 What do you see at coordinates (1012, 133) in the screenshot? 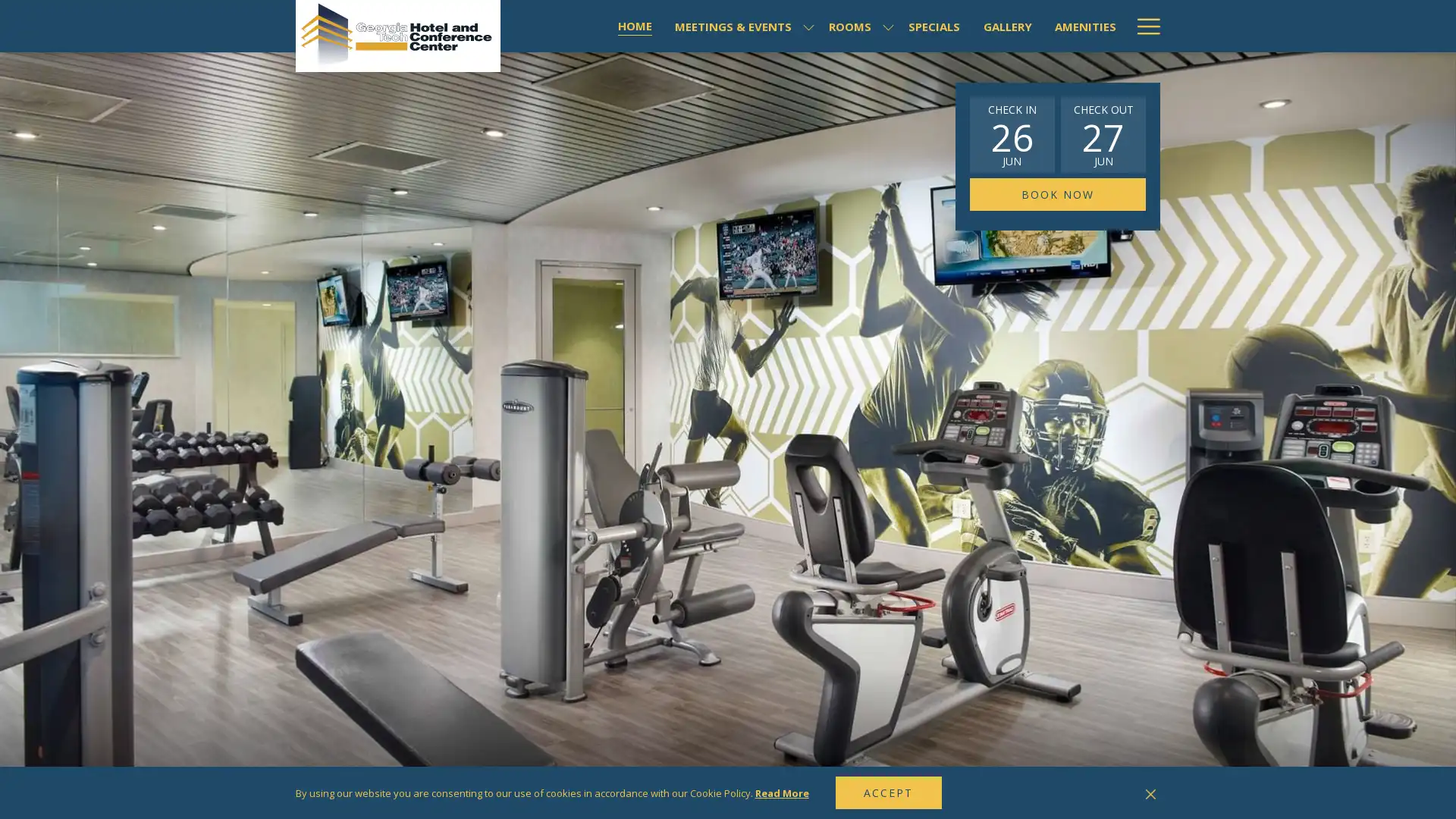
I see `This button opens the calendar to select check in date.` at bounding box center [1012, 133].